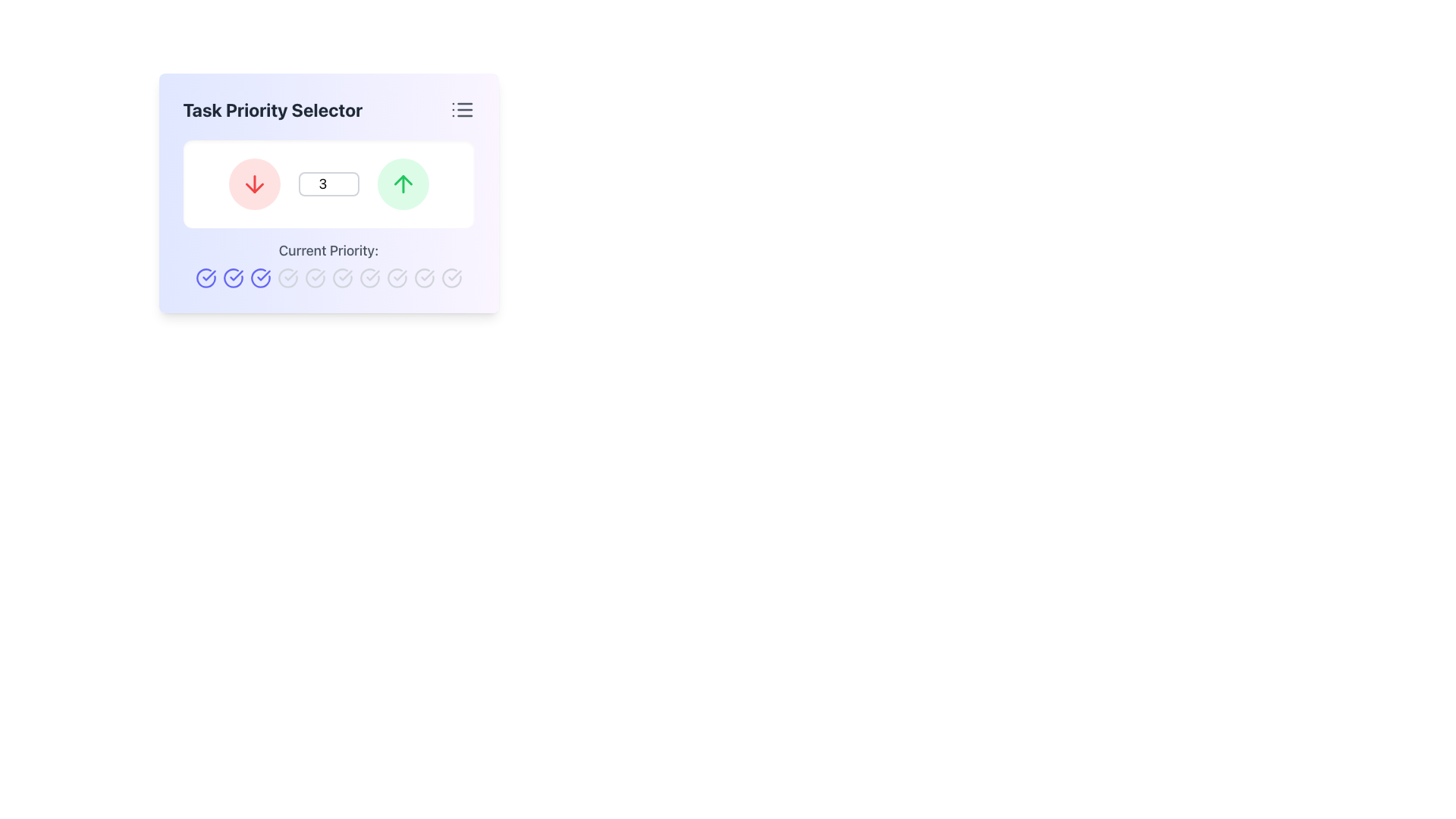 The height and width of the screenshot is (819, 1456). I want to click on the checkmark styled icon within a circular outline, which is the fourth icon from the left in the 'Current Priority' section, indicating a neutral state, so click(400, 275).